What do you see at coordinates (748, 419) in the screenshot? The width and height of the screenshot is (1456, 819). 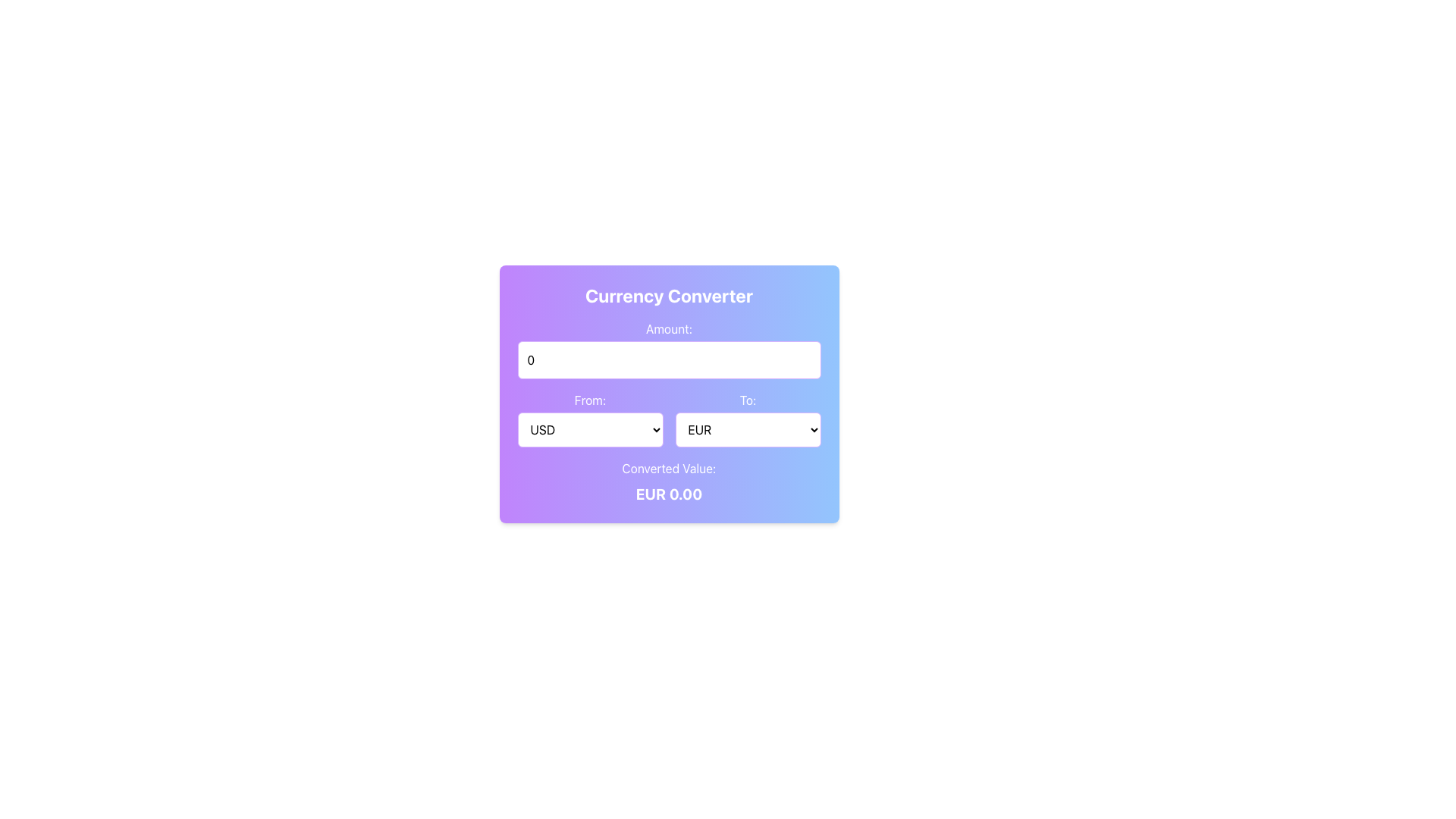 I see `a currency from the dropdown menu labeled 'To:' which contains the current value 'EUR' and is styled with a rounded border and purple hue` at bounding box center [748, 419].